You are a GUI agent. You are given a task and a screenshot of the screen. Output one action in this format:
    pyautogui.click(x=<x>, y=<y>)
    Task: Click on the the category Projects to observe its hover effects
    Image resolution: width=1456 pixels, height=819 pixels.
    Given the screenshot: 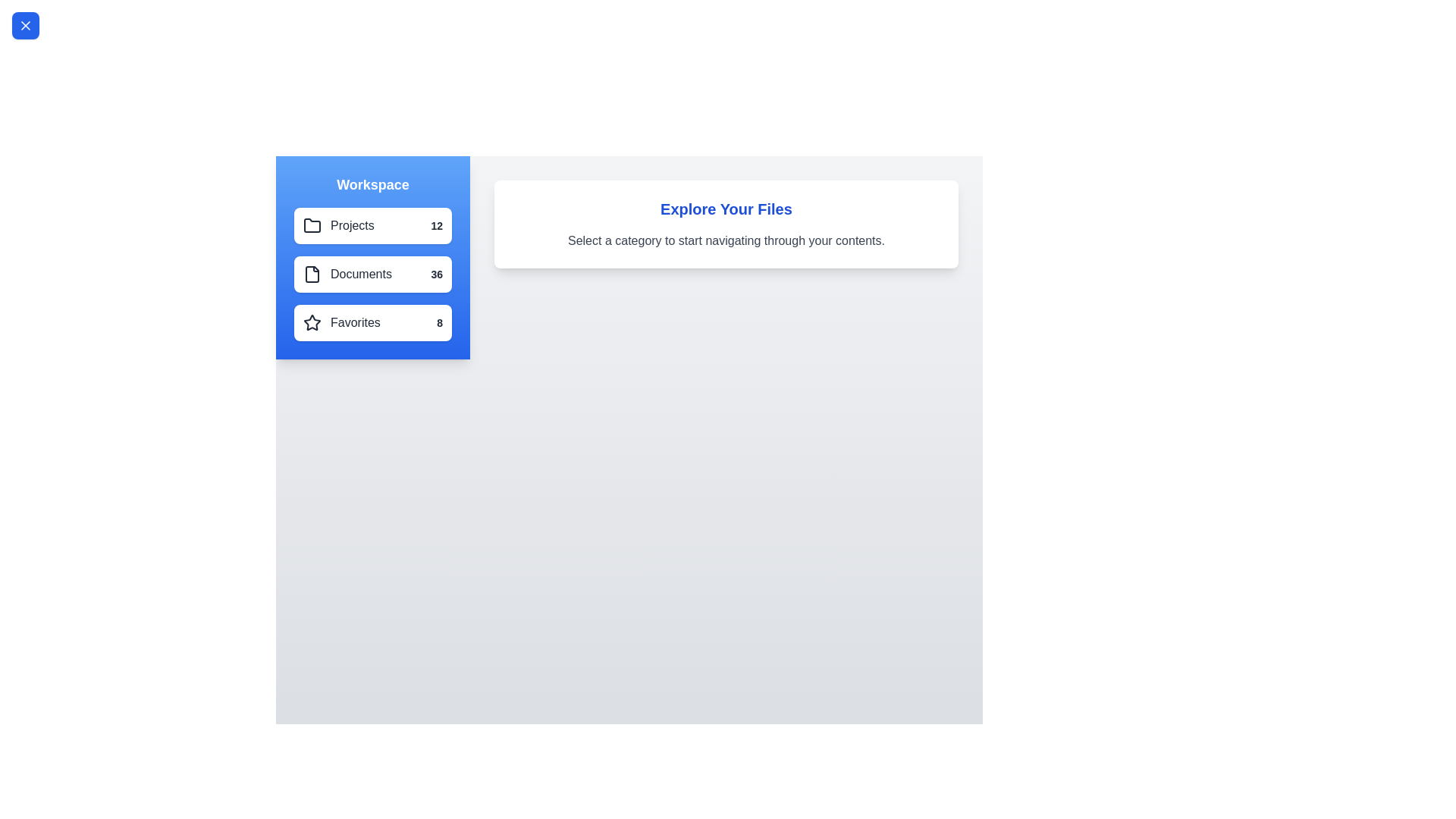 What is the action you would take?
    pyautogui.click(x=372, y=225)
    